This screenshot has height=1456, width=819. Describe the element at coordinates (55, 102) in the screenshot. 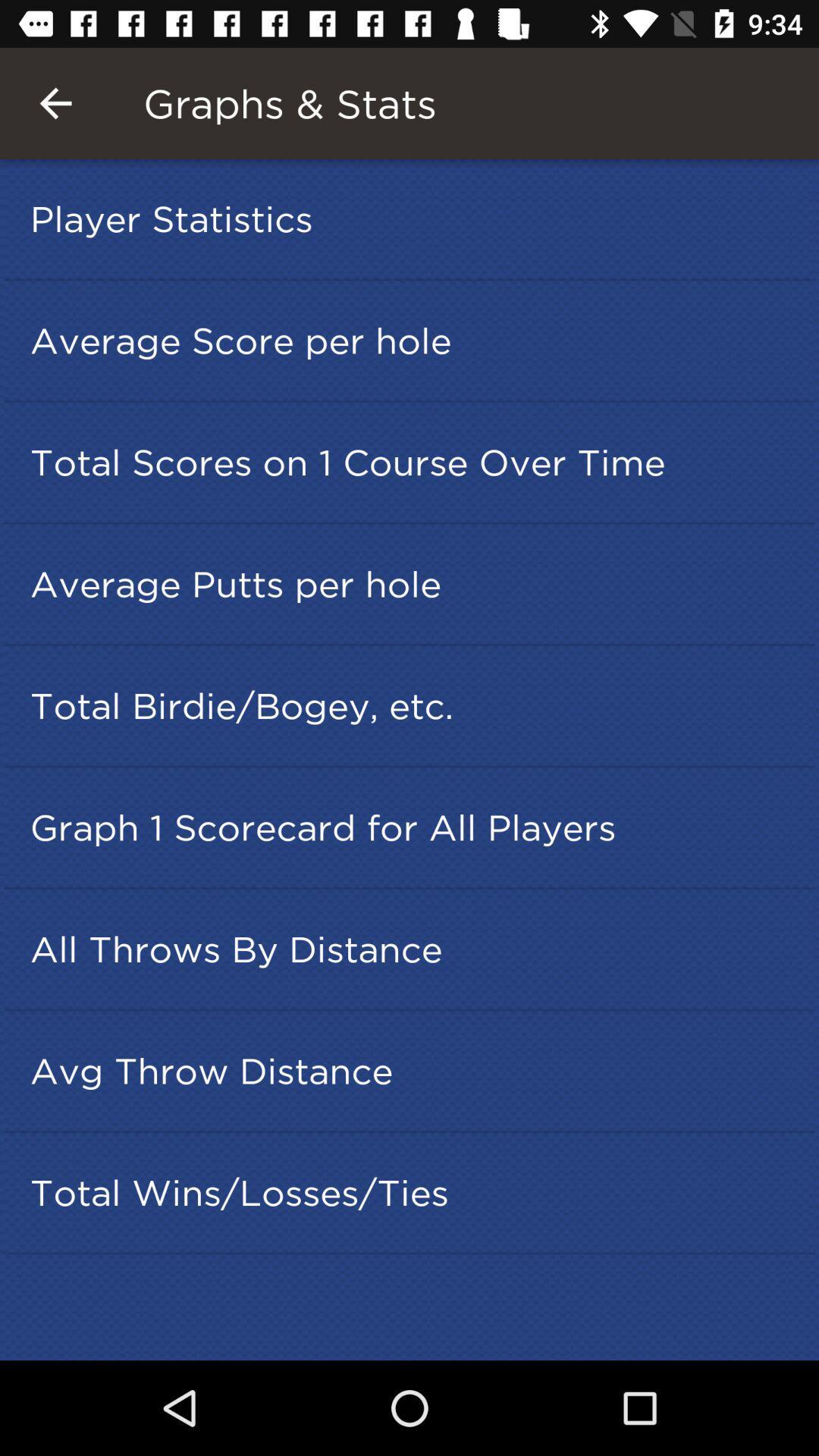

I see `the item next to the graphs & stats` at that location.